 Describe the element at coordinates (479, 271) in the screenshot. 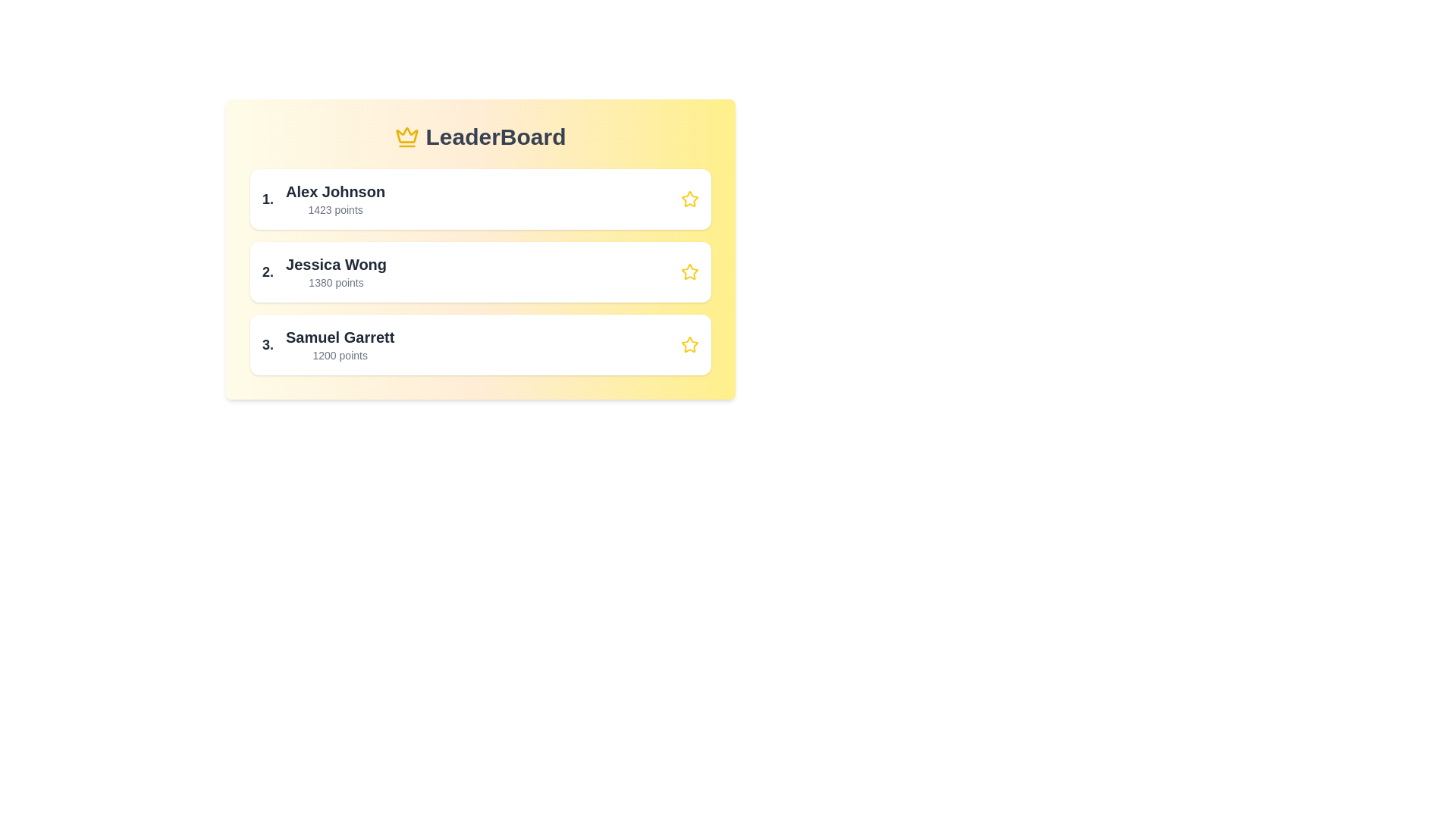

I see `the entry of player Jessica Wong` at that location.